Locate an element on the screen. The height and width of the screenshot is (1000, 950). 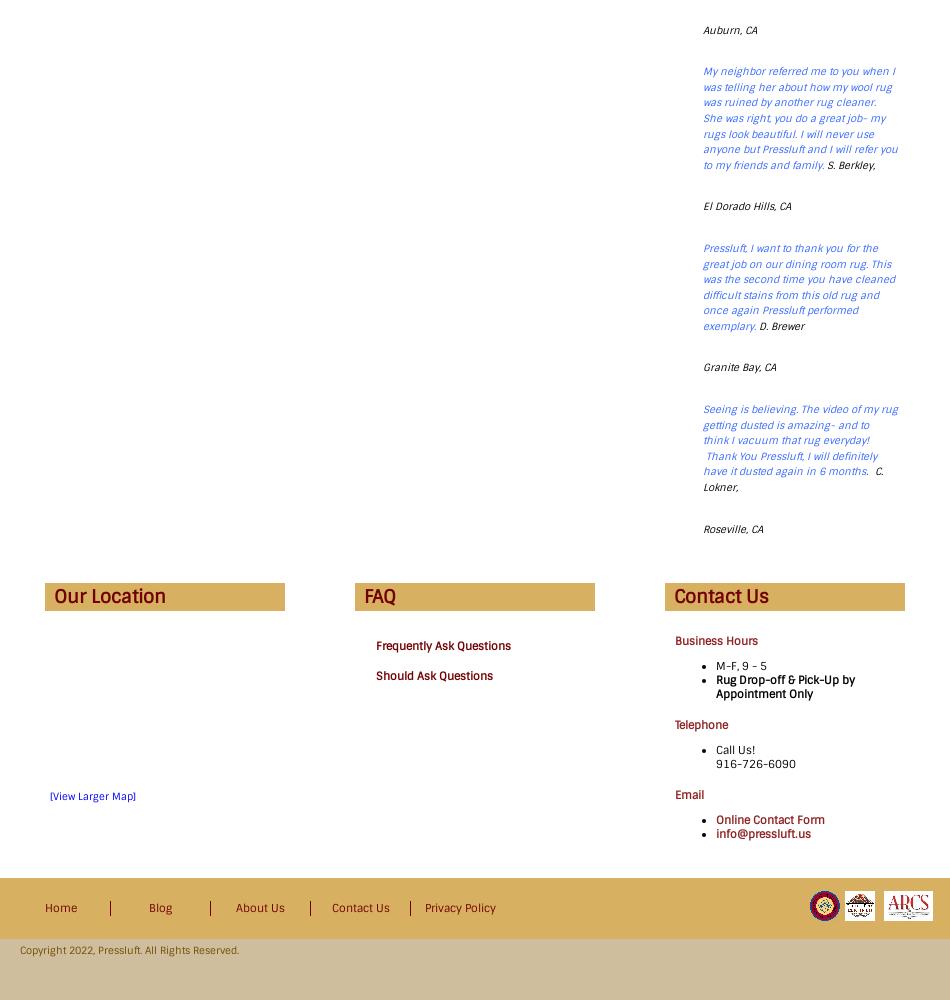
'M-F, 9 - 5' is located at coordinates (740, 665).